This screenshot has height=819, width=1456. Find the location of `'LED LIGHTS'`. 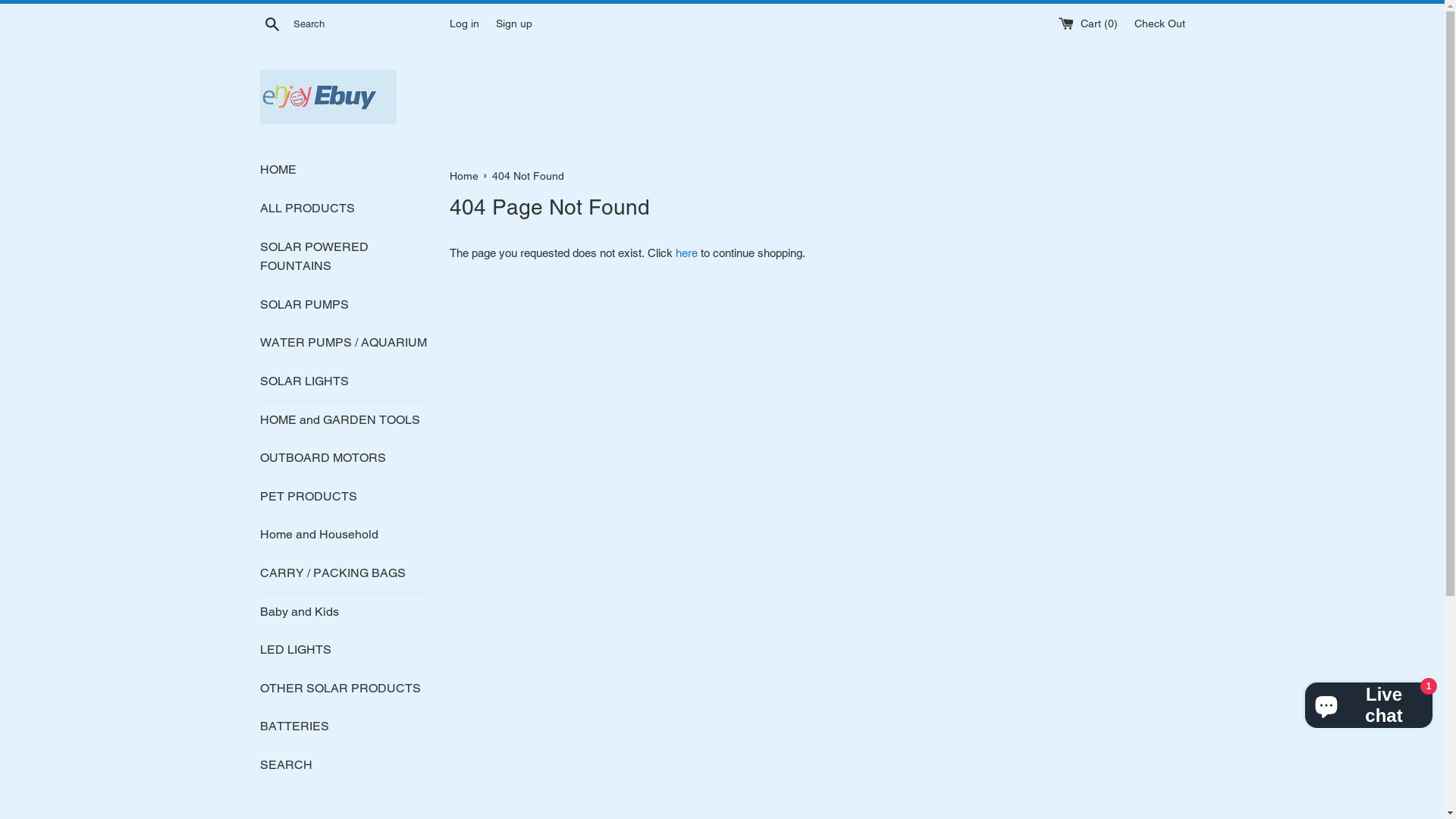

'LED LIGHTS' is located at coordinates (341, 648).